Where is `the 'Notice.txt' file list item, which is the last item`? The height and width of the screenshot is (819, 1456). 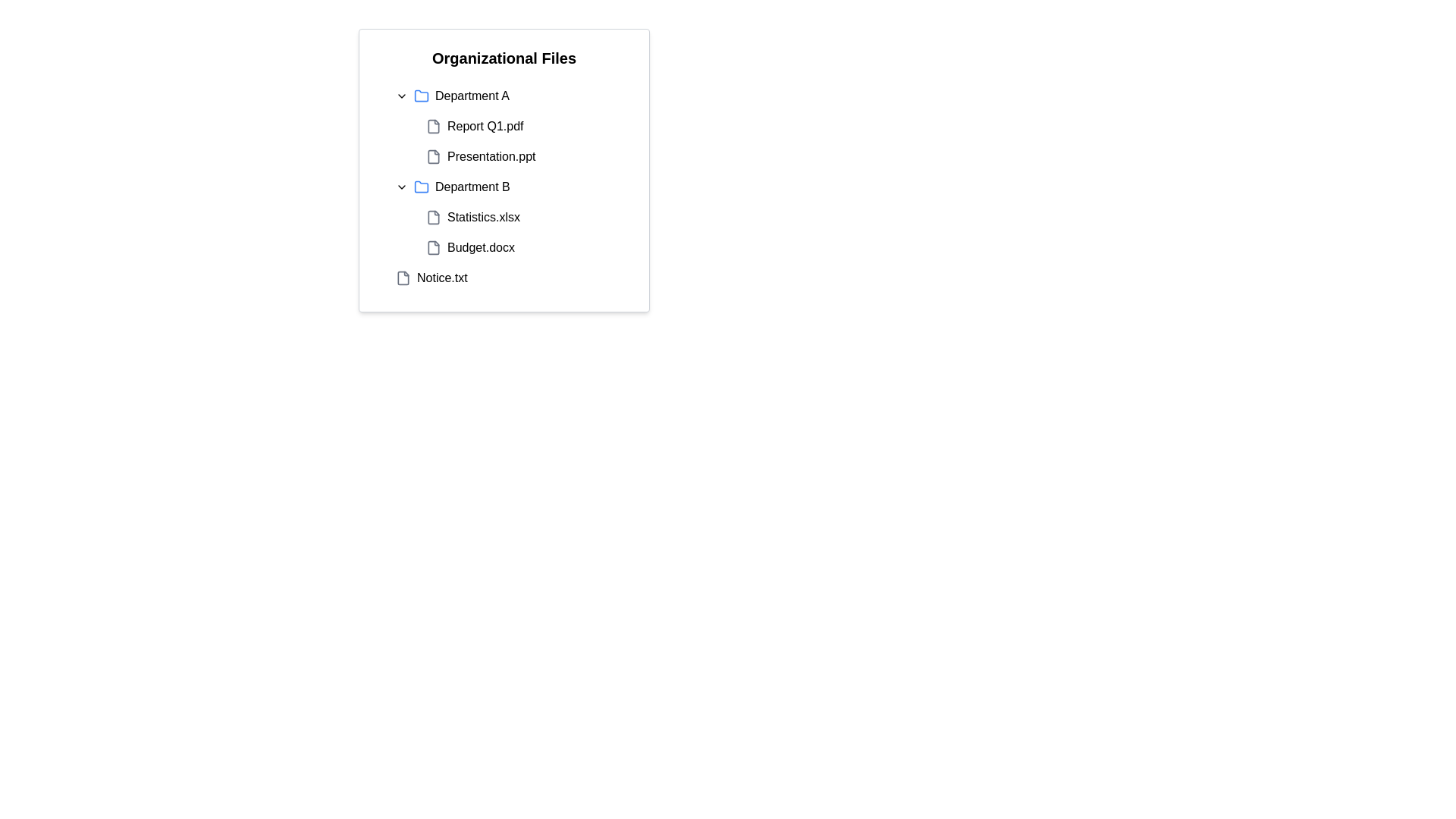 the 'Notice.txt' file list item, which is the last item is located at coordinates (504, 278).